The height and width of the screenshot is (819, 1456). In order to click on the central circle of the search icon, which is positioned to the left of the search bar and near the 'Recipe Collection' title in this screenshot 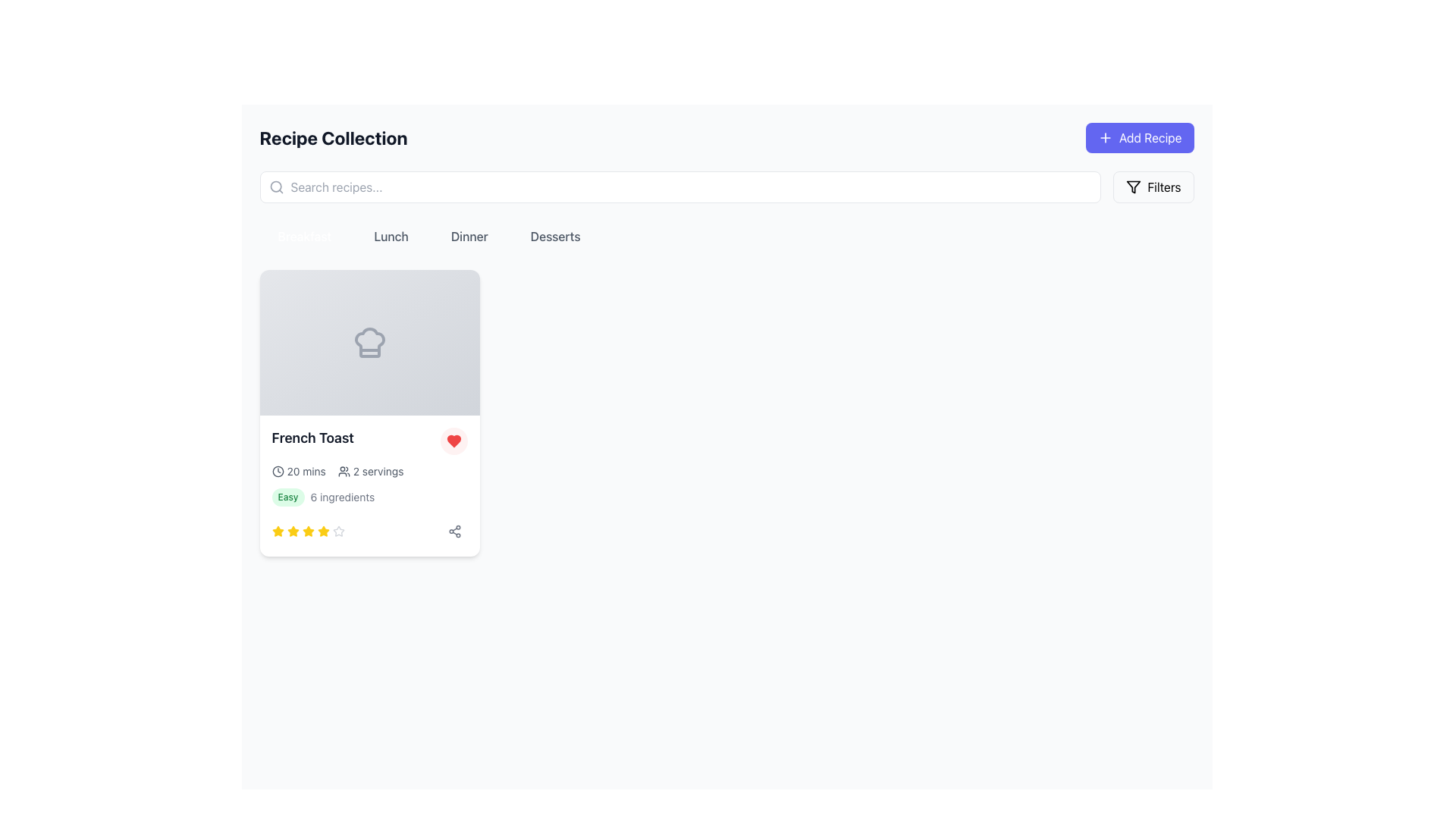, I will do `click(275, 186)`.